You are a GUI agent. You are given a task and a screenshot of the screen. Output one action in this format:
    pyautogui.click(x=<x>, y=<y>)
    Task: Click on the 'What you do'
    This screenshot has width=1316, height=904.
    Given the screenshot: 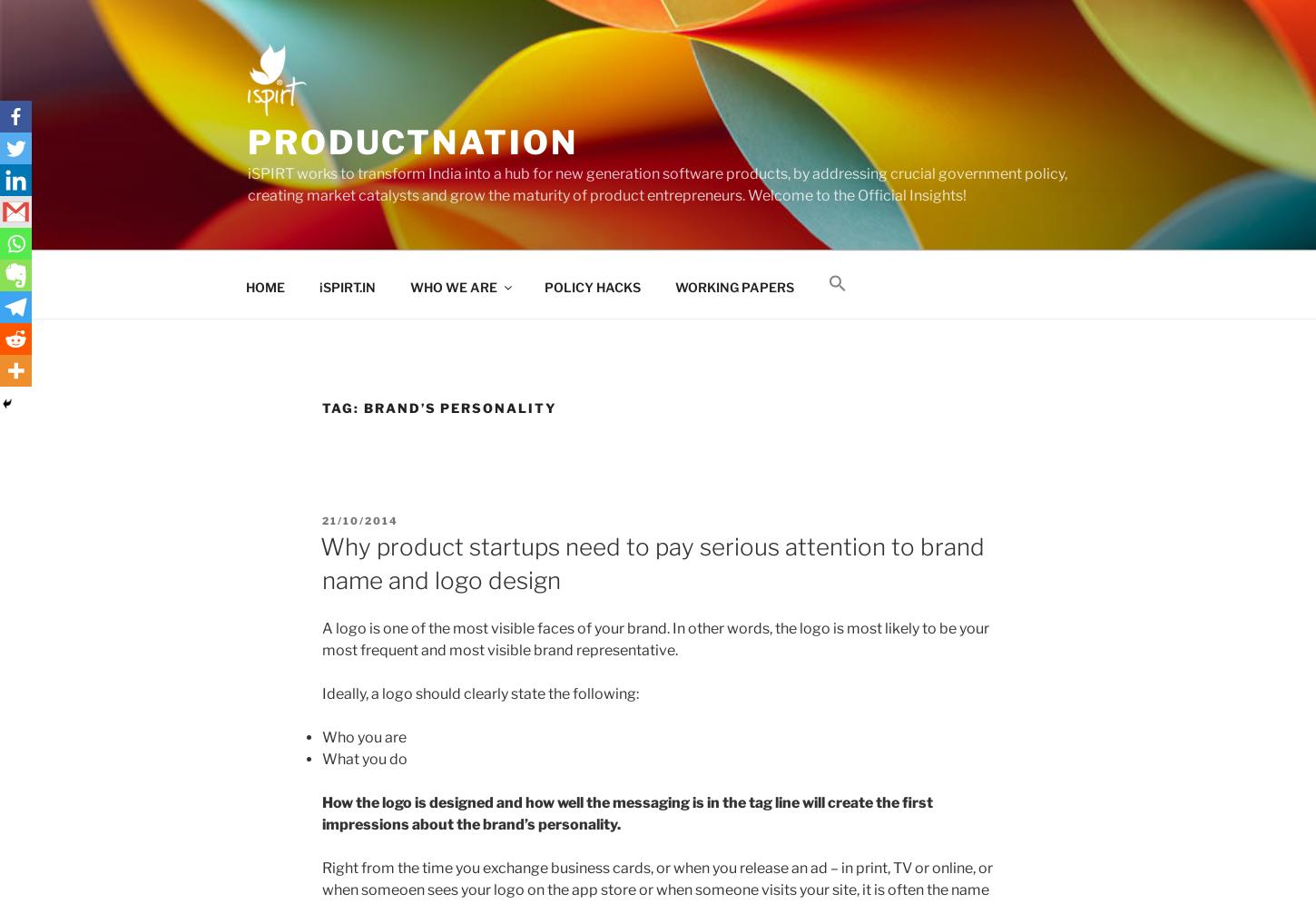 What is the action you would take?
    pyautogui.click(x=363, y=758)
    